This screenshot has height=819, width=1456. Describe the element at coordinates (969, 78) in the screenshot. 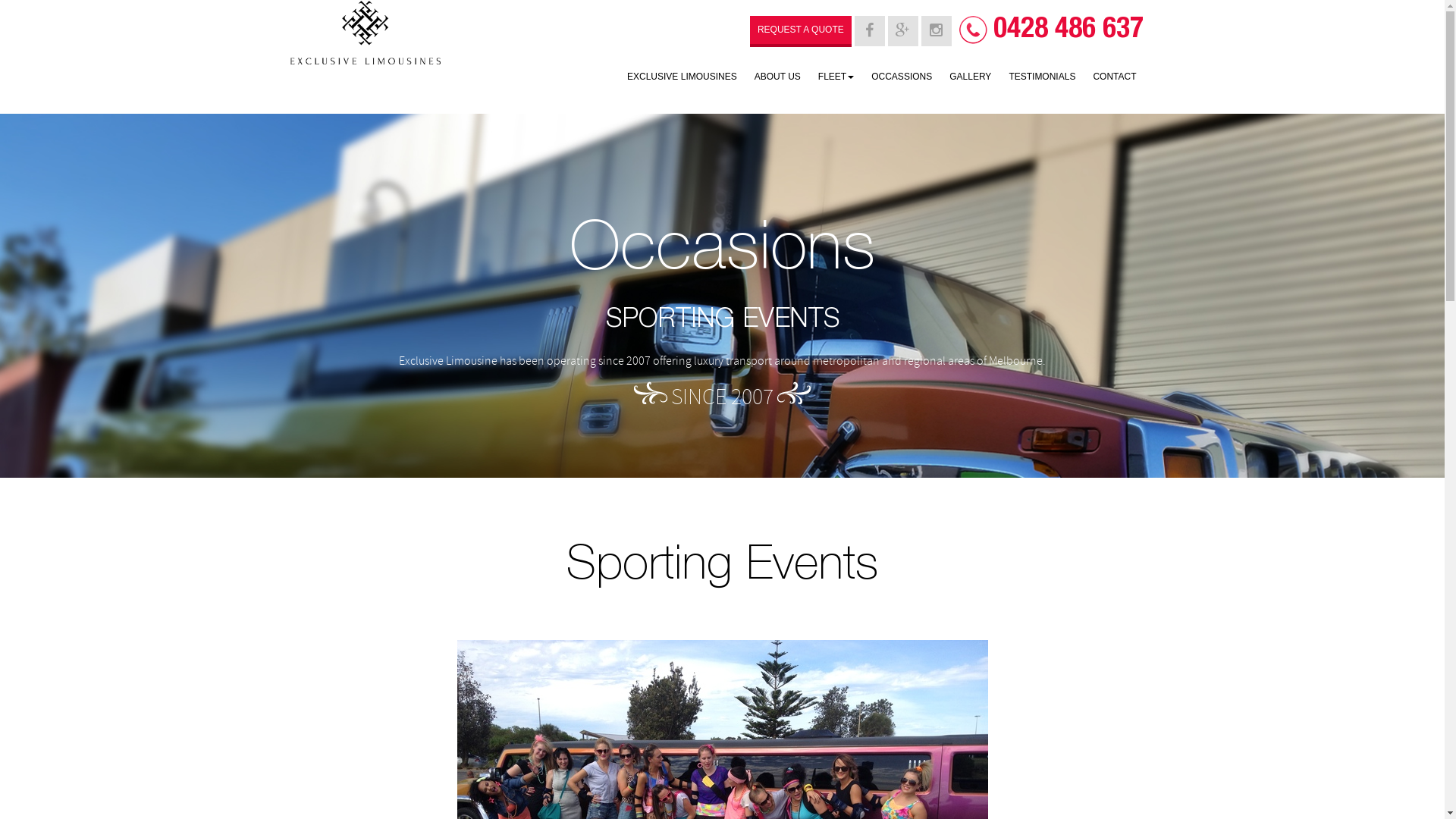

I see `'GALLERY'` at that location.